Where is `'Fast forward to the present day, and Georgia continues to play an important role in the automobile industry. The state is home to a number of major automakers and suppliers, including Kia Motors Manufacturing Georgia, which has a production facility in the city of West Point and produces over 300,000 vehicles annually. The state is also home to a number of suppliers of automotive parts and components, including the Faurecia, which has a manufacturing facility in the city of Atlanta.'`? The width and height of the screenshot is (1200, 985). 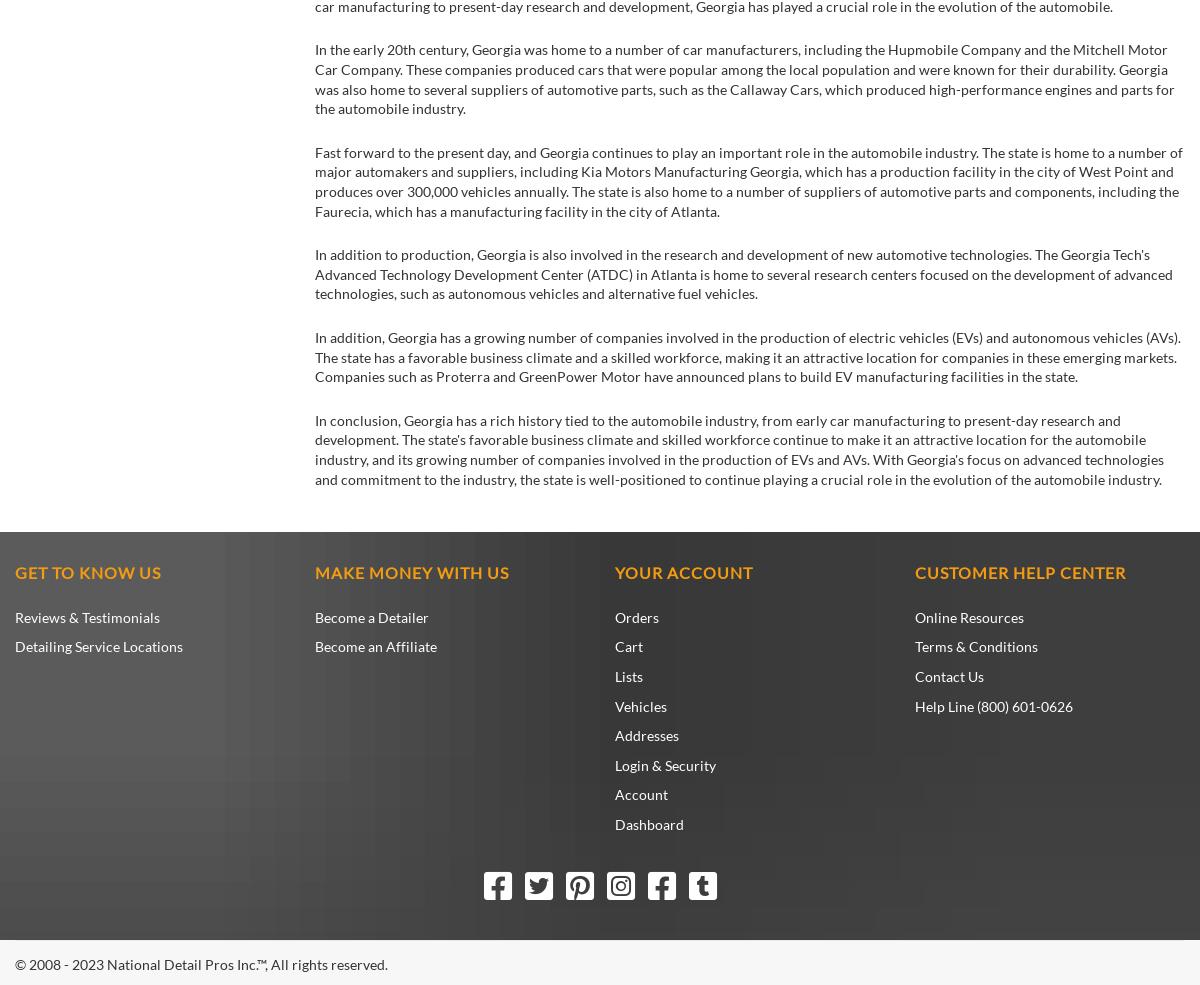
'Fast forward to the present day, and Georgia continues to play an important role in the automobile industry. The state is home to a number of major automakers and suppliers, including Kia Motors Manufacturing Georgia, which has a production facility in the city of West Point and produces over 300,000 vehicles annually. The state is also home to a number of suppliers of automotive parts and components, including the Faurecia, which has a manufacturing facility in the city of Atlanta.' is located at coordinates (749, 181).